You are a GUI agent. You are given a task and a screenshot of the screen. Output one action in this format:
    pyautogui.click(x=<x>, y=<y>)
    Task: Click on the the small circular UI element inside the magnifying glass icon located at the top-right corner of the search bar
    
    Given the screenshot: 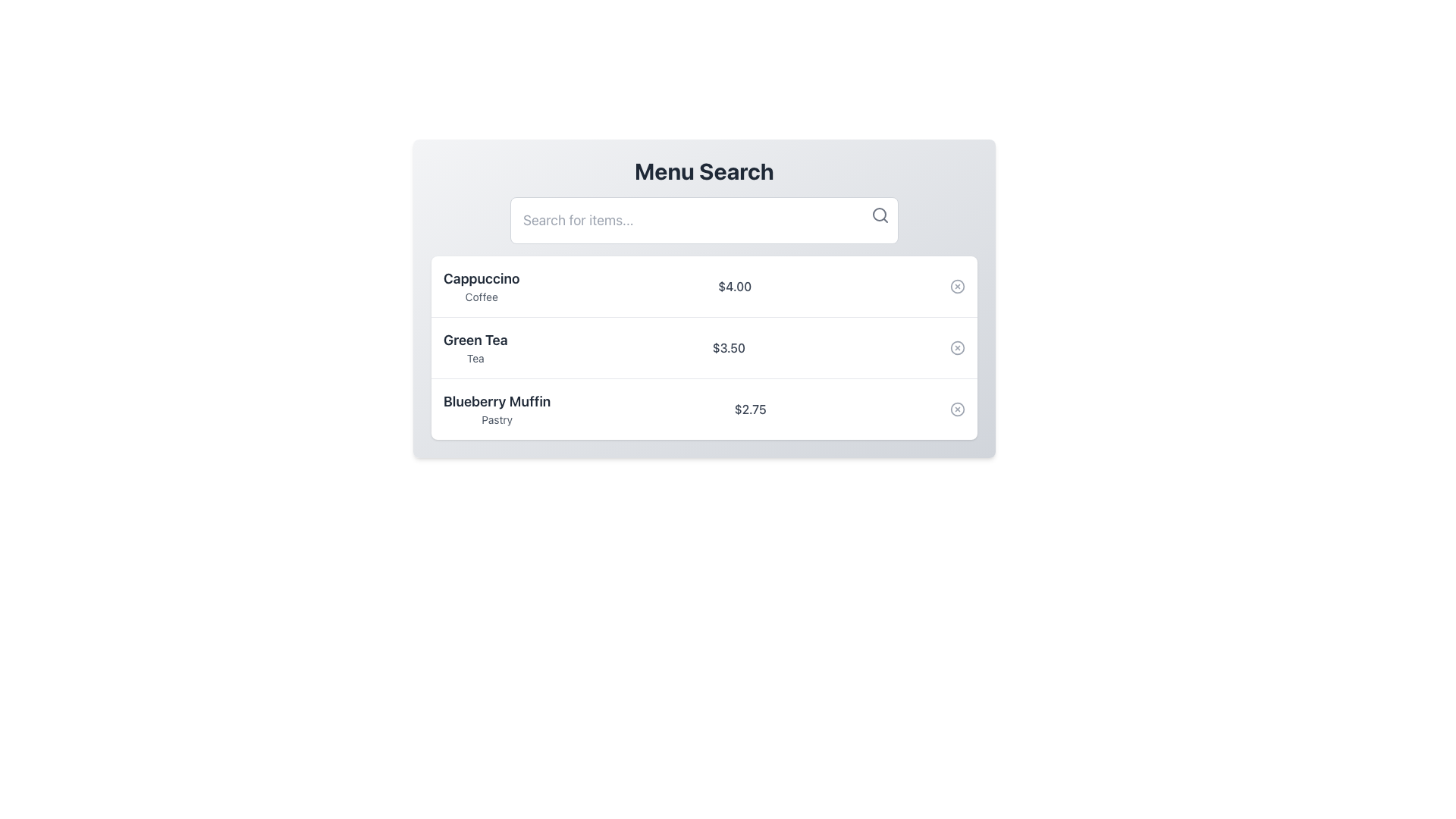 What is the action you would take?
    pyautogui.click(x=880, y=214)
    